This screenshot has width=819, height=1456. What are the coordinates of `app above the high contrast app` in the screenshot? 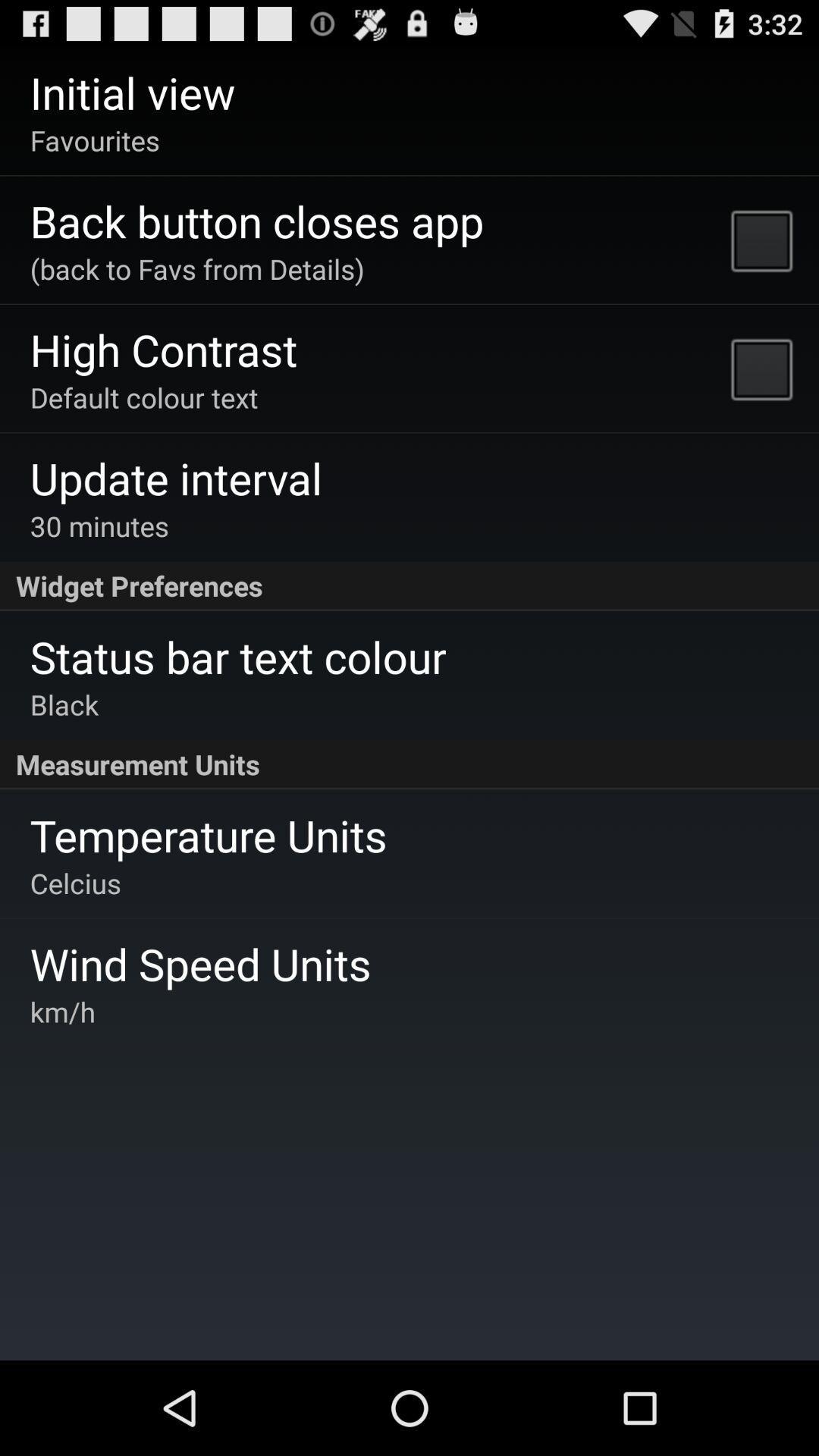 It's located at (196, 268).